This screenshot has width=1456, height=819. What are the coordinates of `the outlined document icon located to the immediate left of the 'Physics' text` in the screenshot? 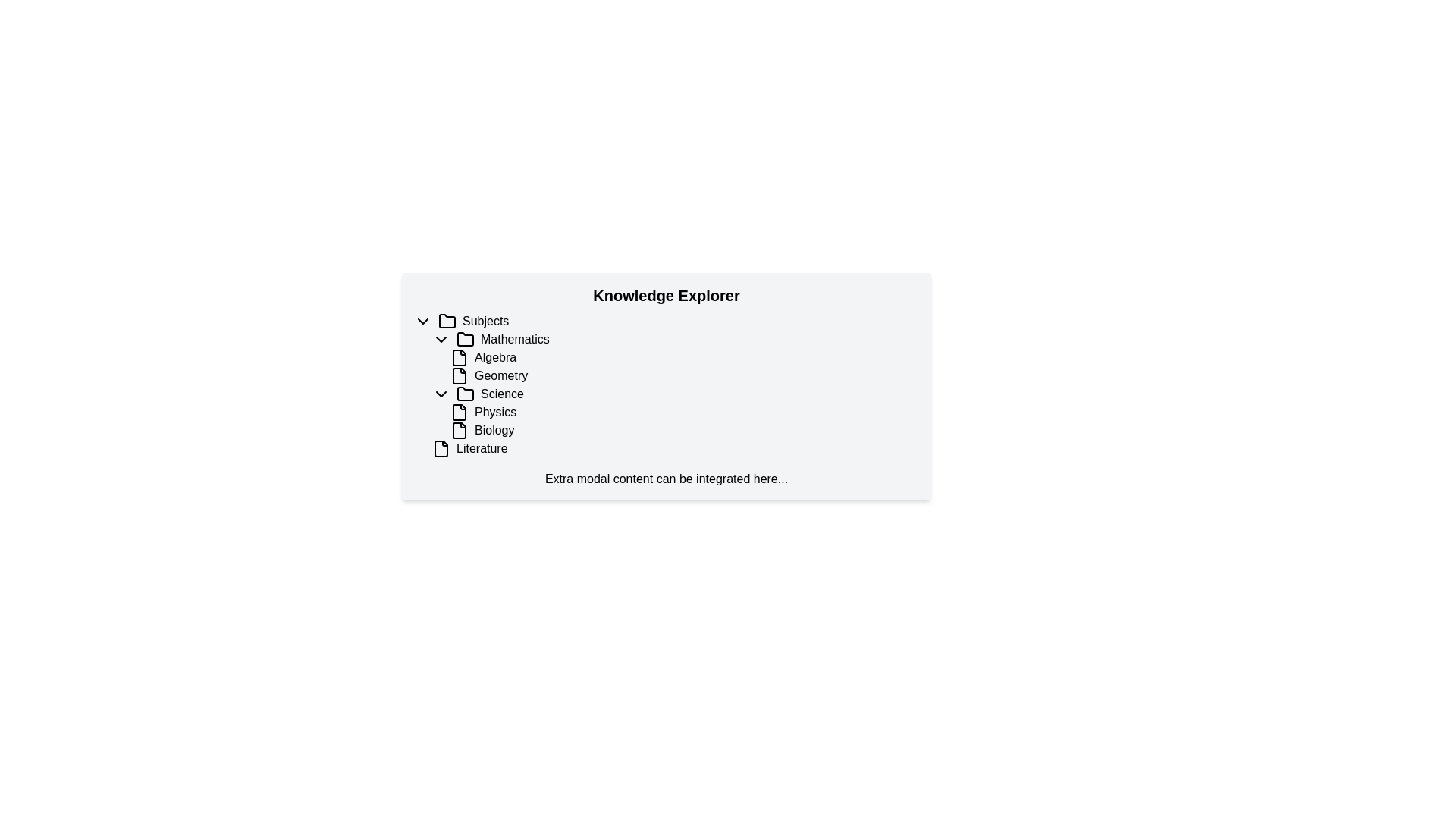 It's located at (458, 412).